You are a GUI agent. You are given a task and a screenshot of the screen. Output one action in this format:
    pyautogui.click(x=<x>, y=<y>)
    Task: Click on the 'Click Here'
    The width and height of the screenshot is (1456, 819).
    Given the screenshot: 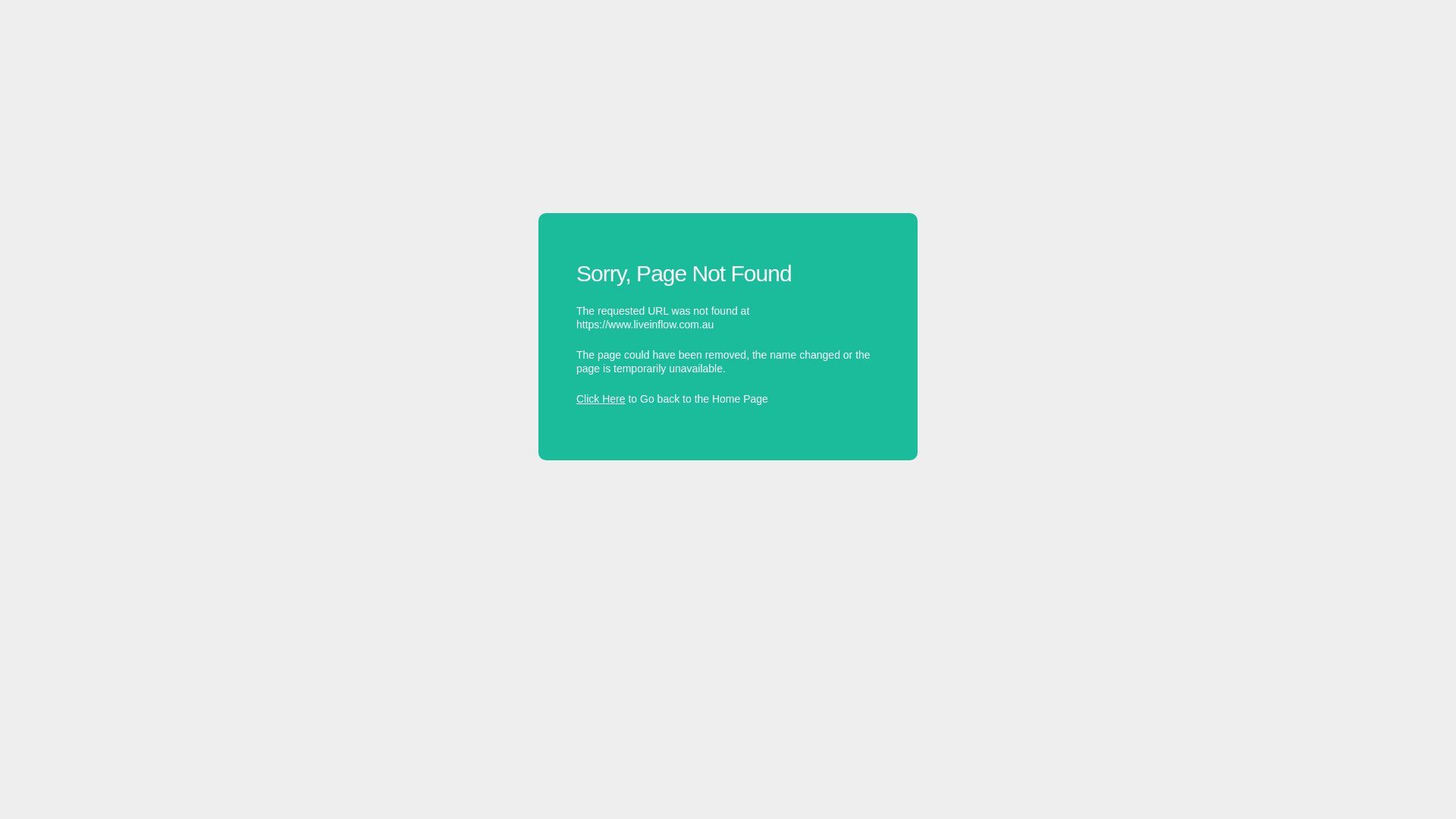 What is the action you would take?
    pyautogui.click(x=575, y=397)
    